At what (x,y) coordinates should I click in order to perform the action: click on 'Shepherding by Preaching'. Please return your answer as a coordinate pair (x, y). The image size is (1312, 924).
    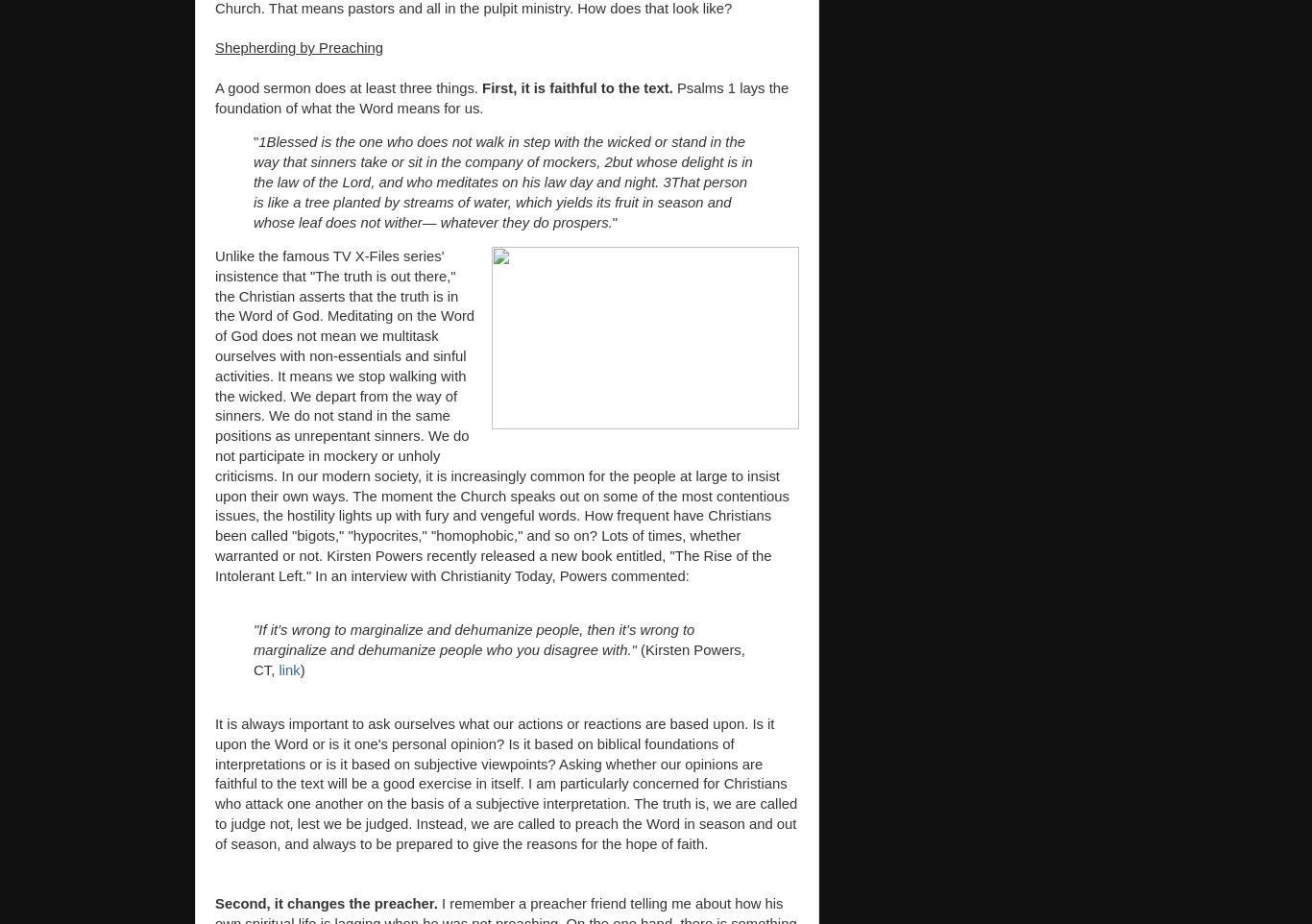
    Looking at the image, I should click on (299, 48).